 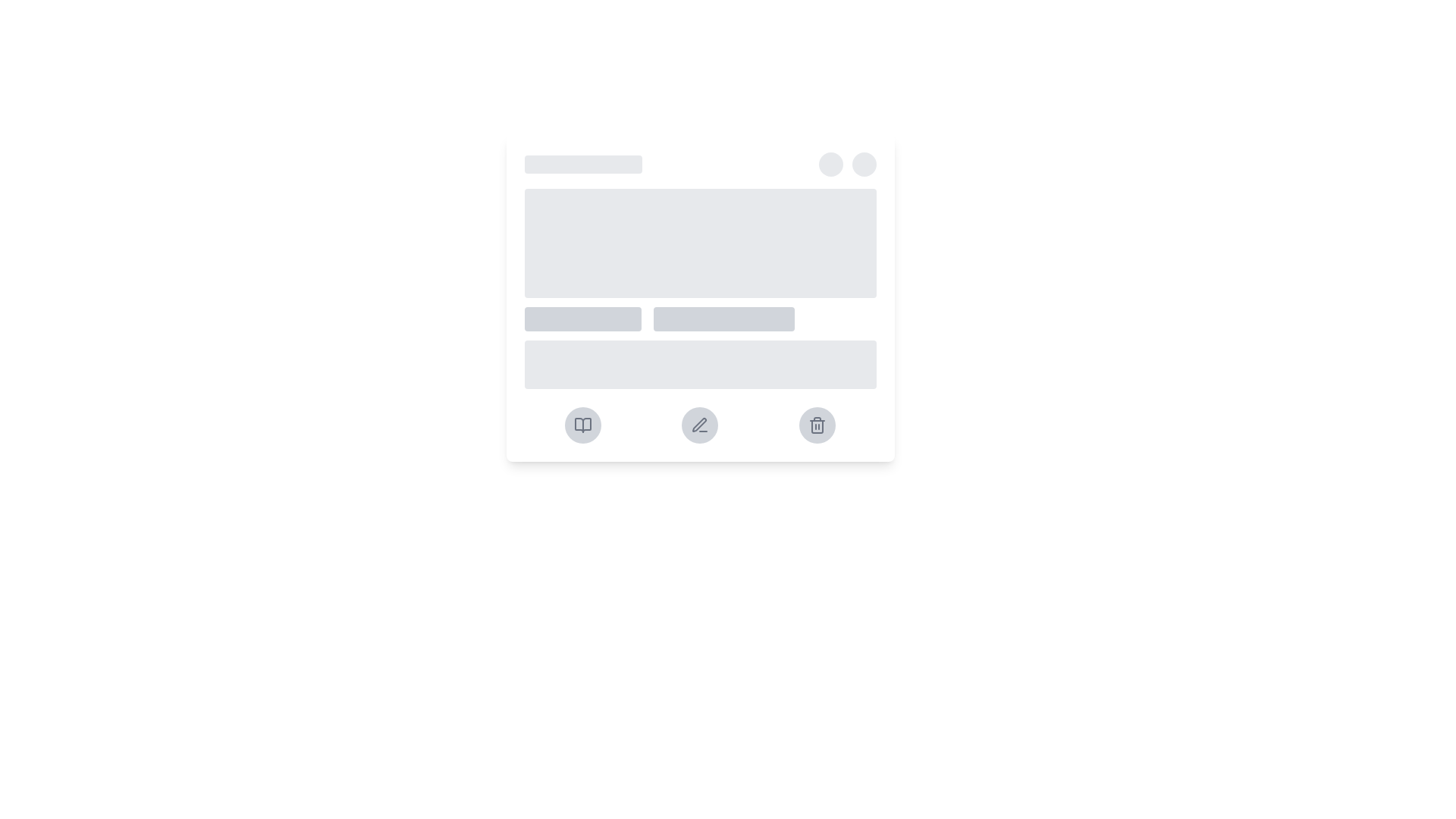 What do you see at coordinates (699, 425) in the screenshot?
I see `the middle circular button at the bottom section of the interface` at bounding box center [699, 425].